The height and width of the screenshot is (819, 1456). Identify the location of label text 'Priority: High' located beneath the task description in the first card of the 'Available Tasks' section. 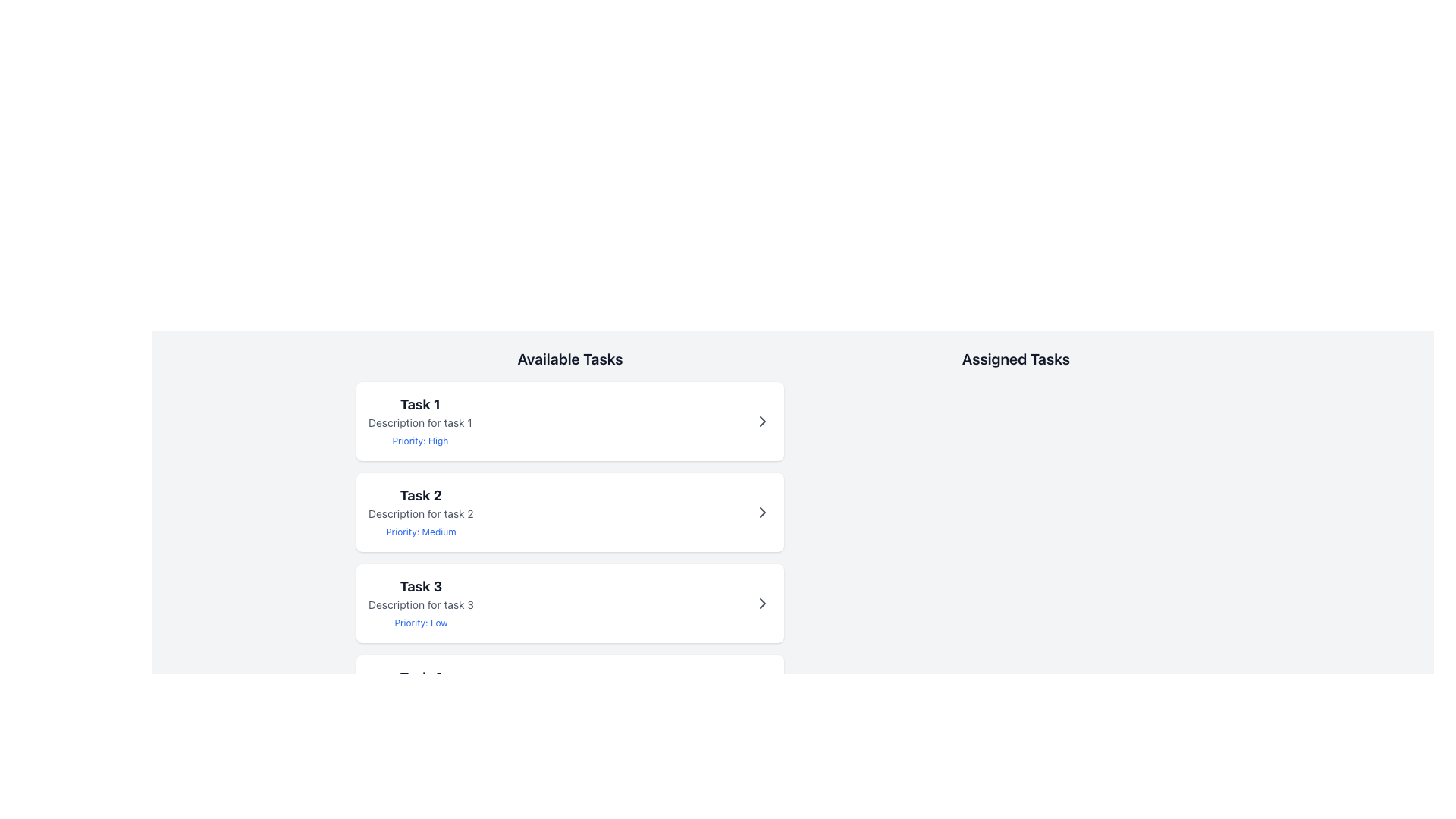
(420, 441).